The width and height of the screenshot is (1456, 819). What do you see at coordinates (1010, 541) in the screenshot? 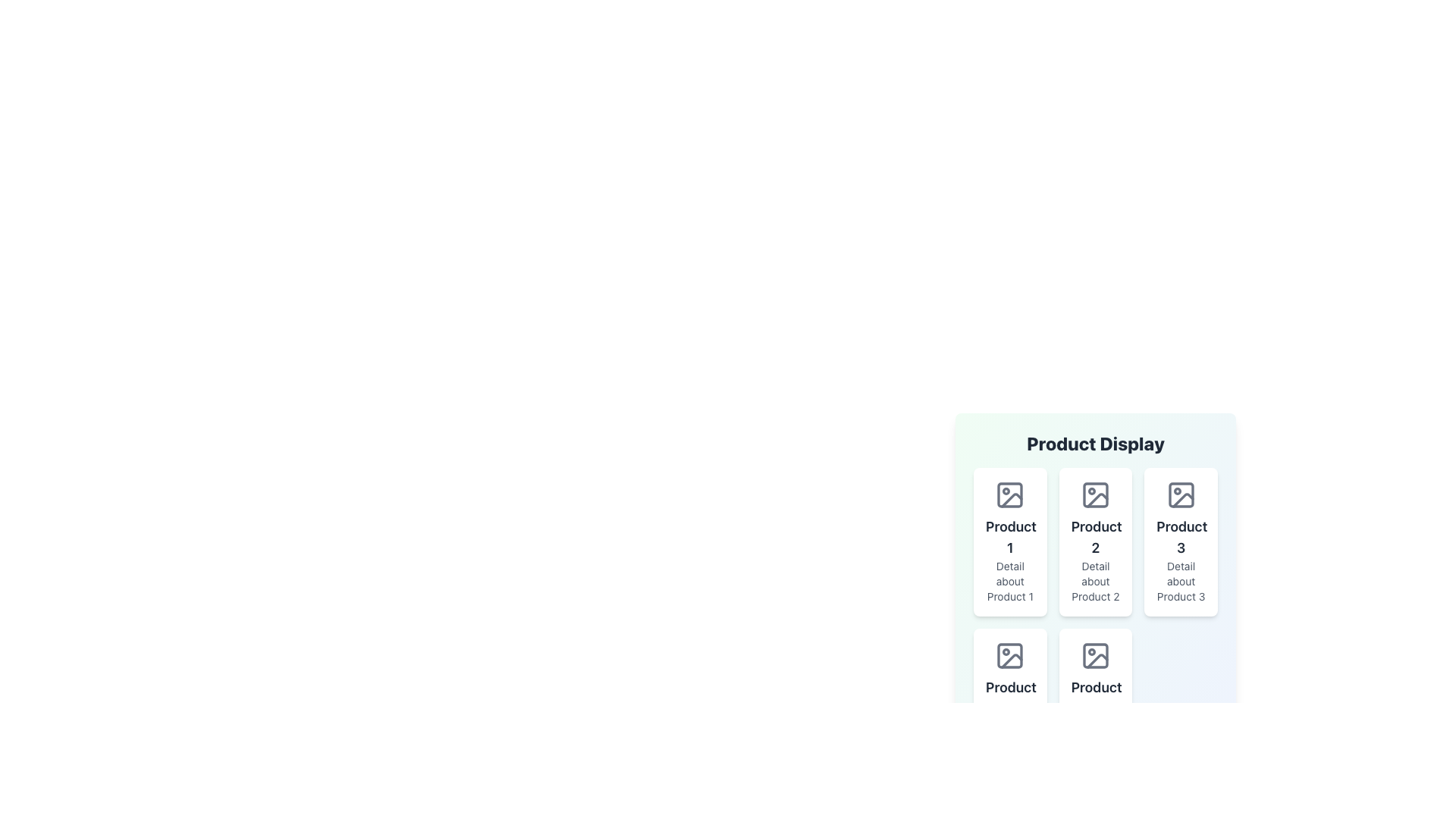
I see `the first product card in the grid layout, which is located at the top-left corner and precedes 'Product 2' and 'Product 3'` at bounding box center [1010, 541].